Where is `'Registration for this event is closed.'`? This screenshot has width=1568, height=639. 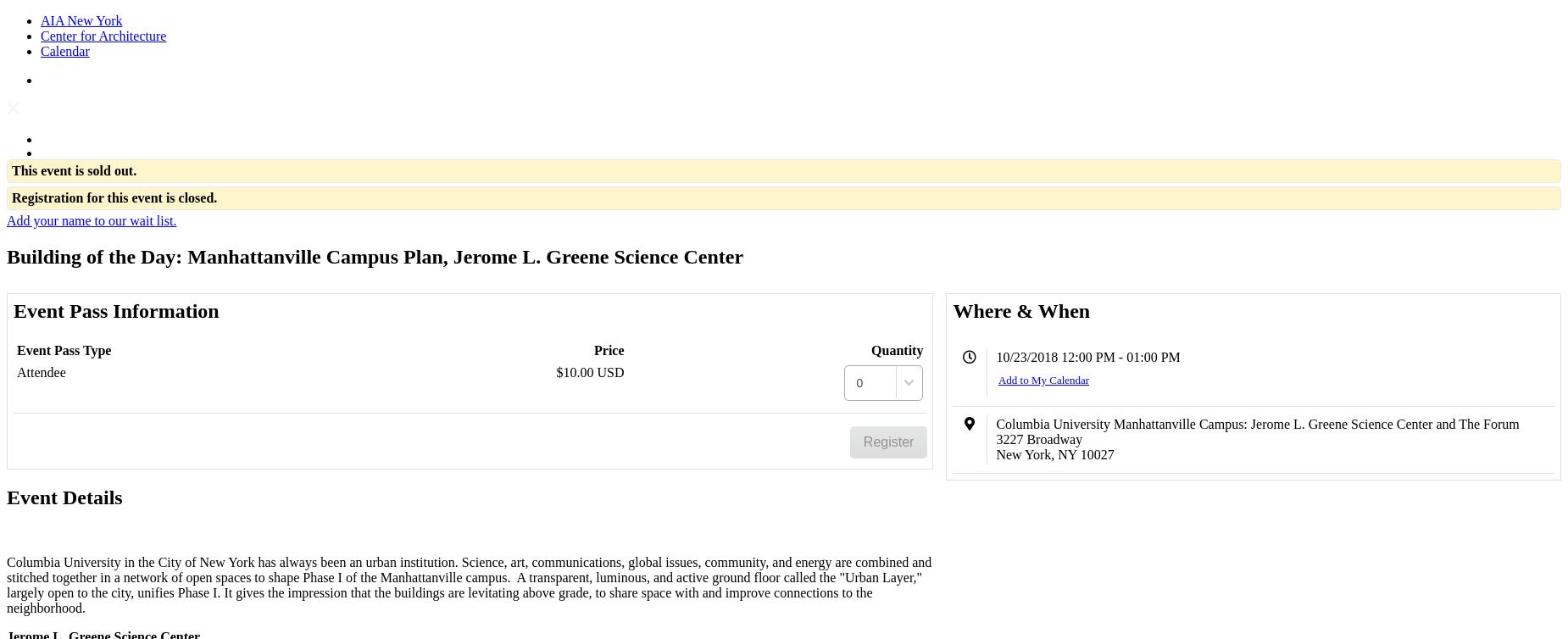 'Registration for this event is closed.' is located at coordinates (114, 197).